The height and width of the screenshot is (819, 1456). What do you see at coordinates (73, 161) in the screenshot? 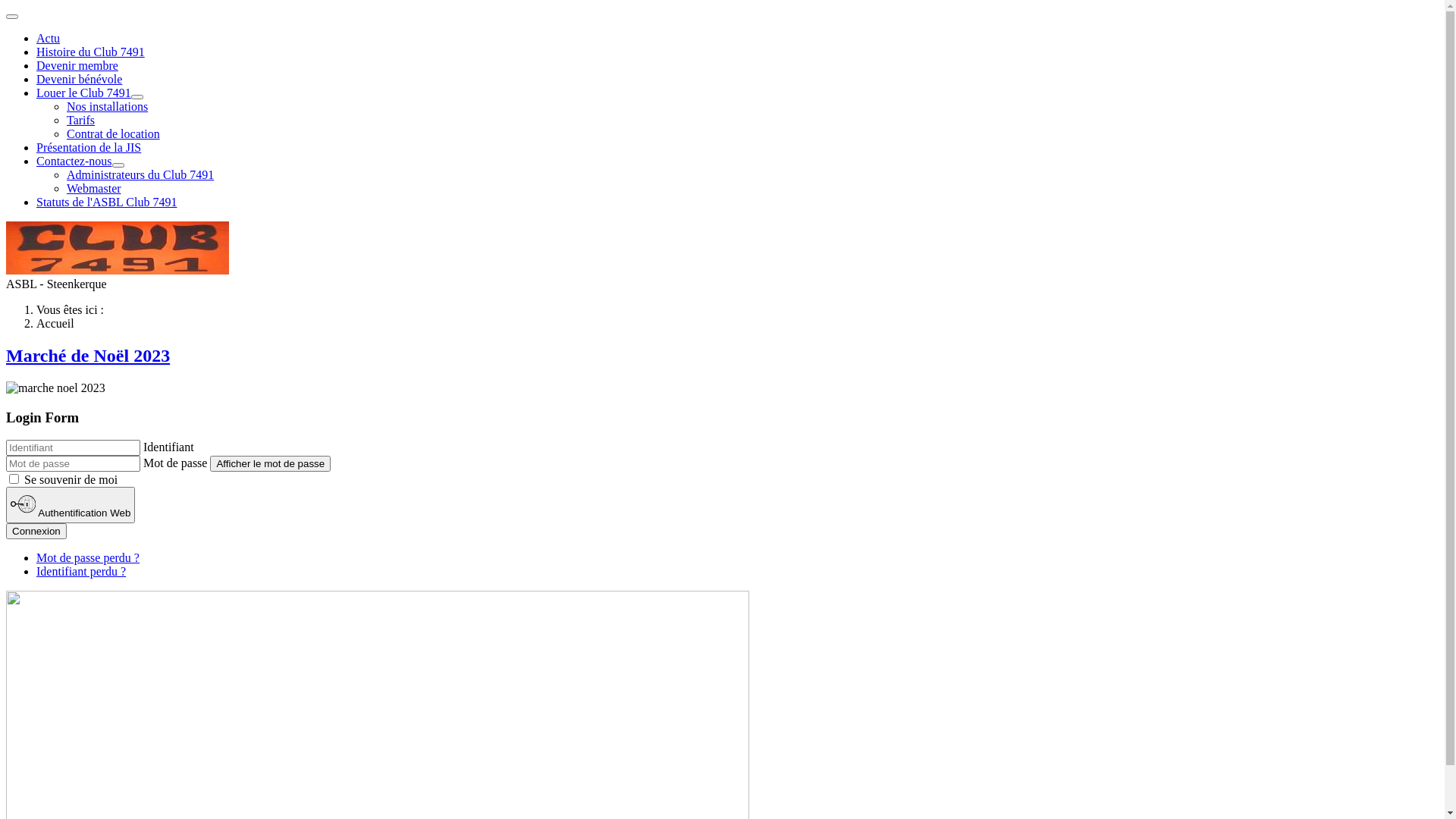
I see `'Contactez-nous'` at bounding box center [73, 161].